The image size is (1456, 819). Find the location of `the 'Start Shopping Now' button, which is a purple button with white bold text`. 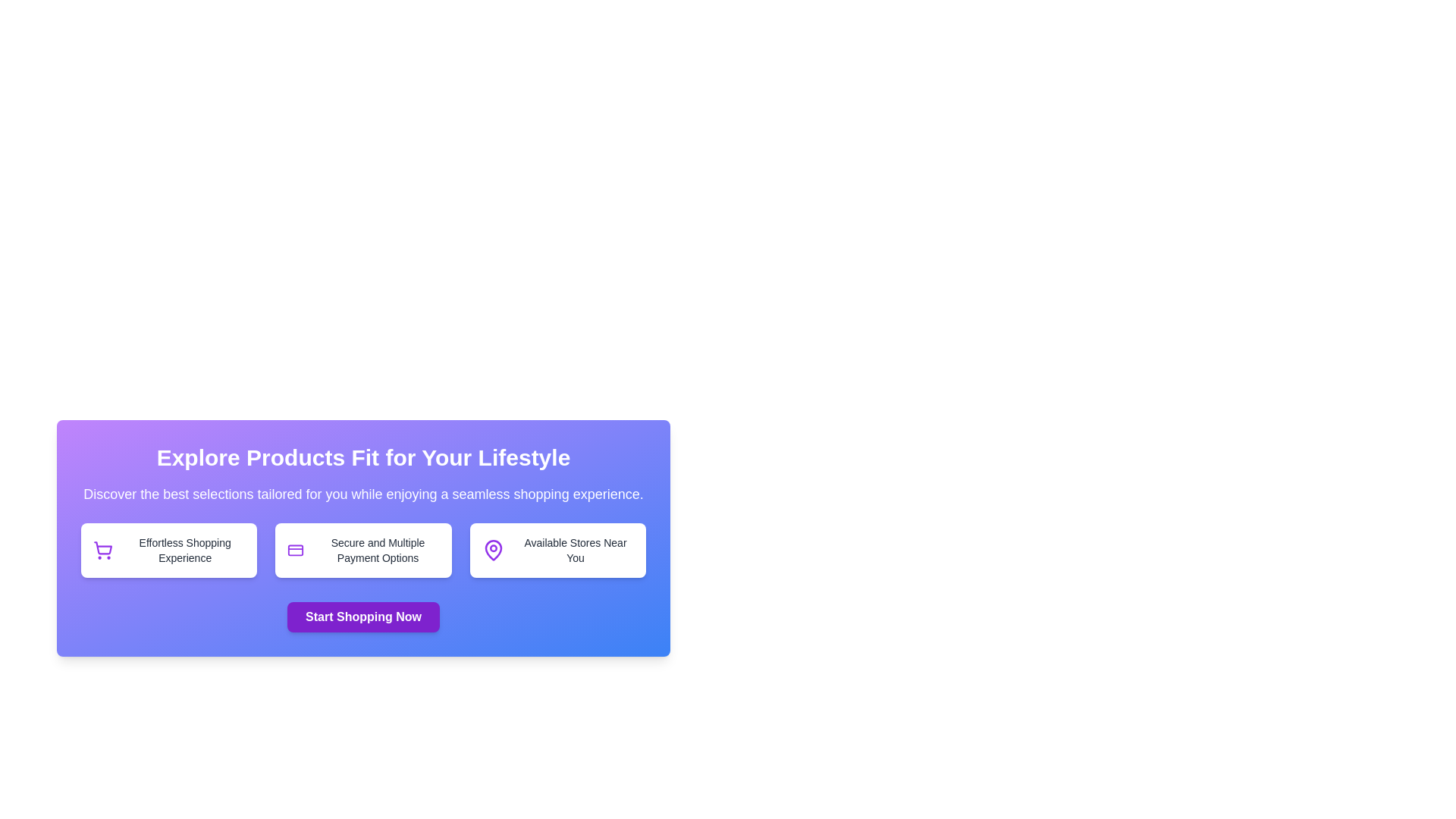

the 'Start Shopping Now' button, which is a purple button with white bold text is located at coordinates (362, 617).